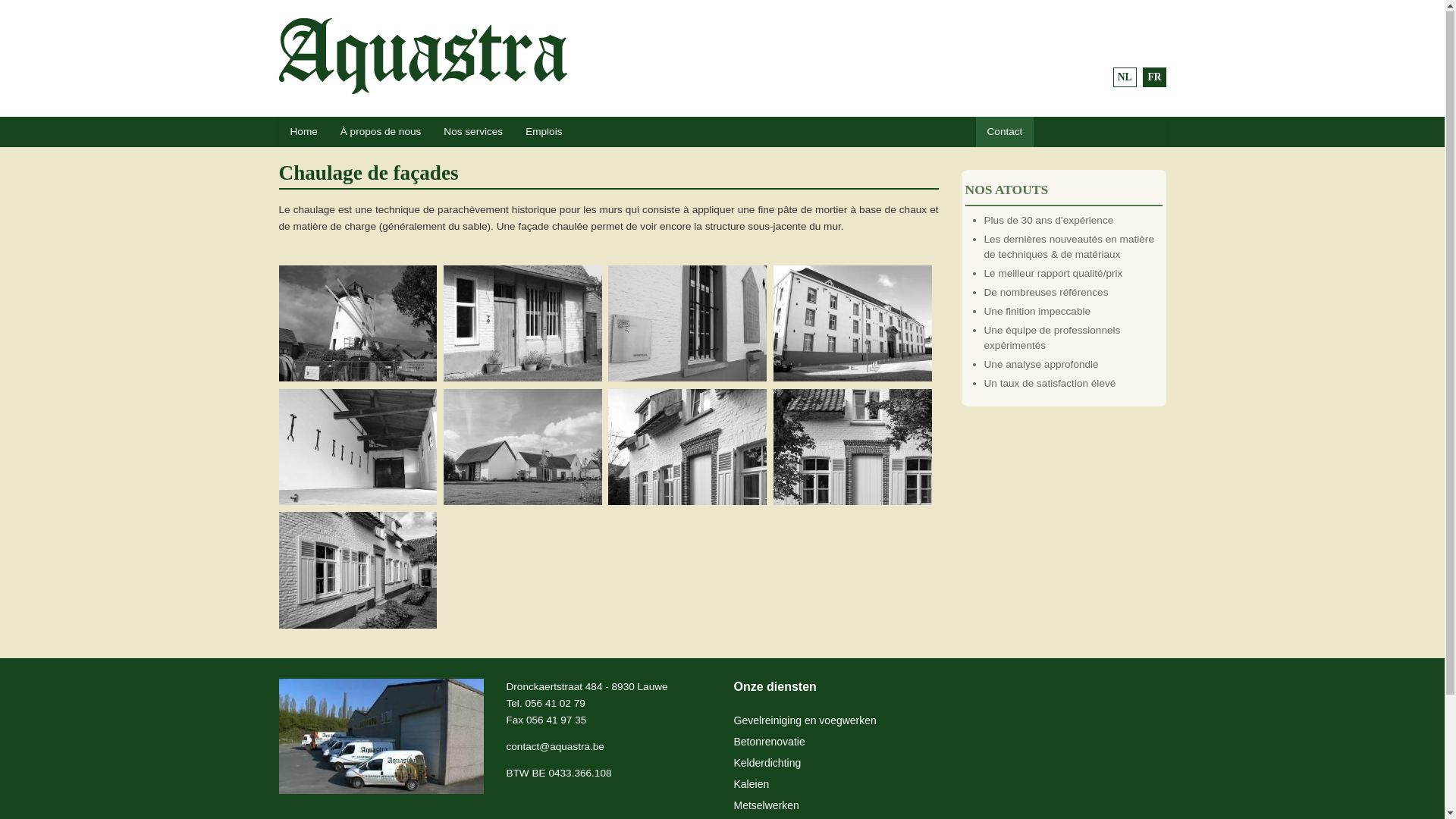 The image size is (1456, 819). I want to click on 'Nos services', so click(472, 131).